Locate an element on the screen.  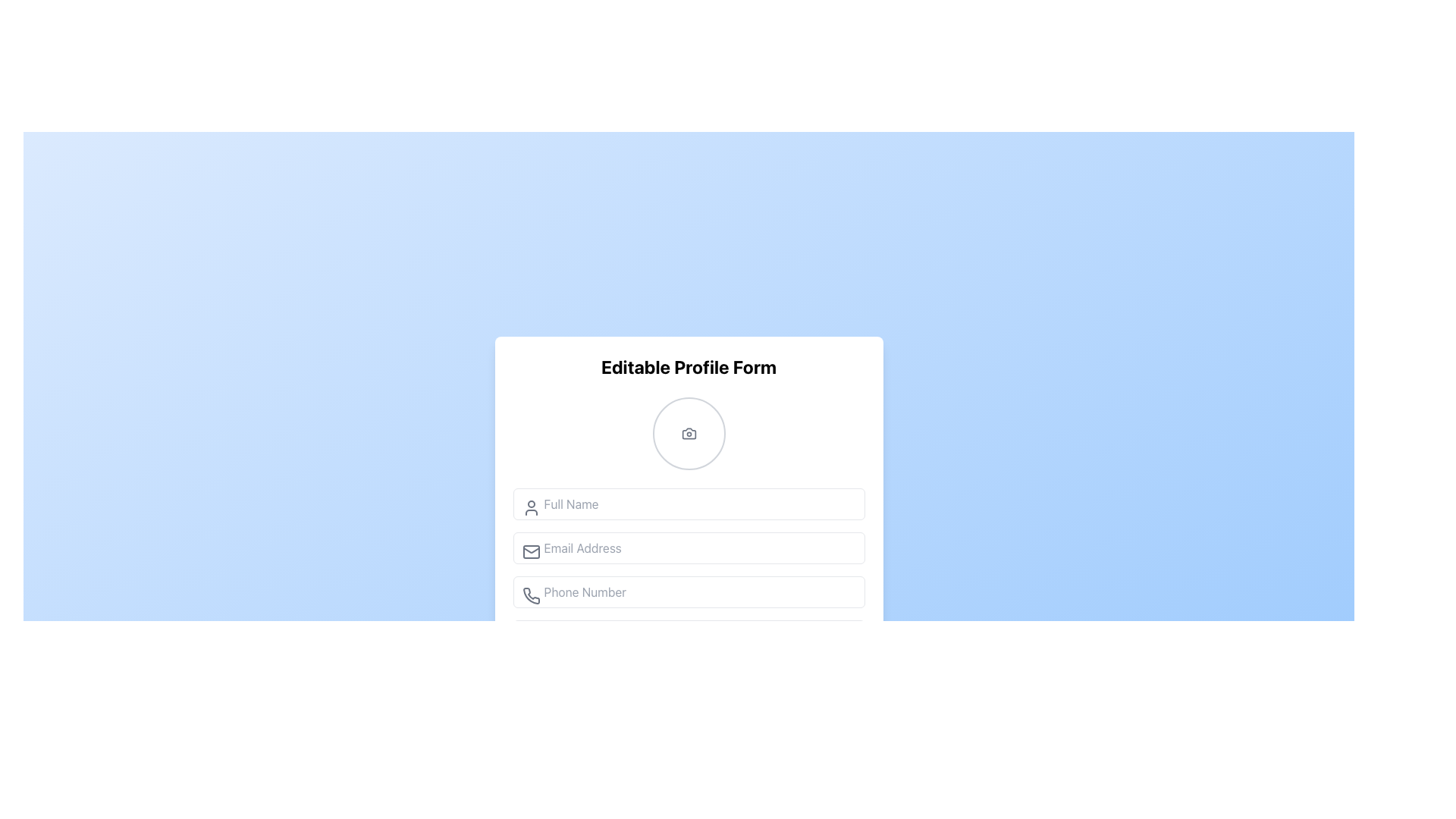
the camera icon with a gray outline located at the center of the light gray circular area in the 'Editable Profile Form' card is located at coordinates (688, 433).